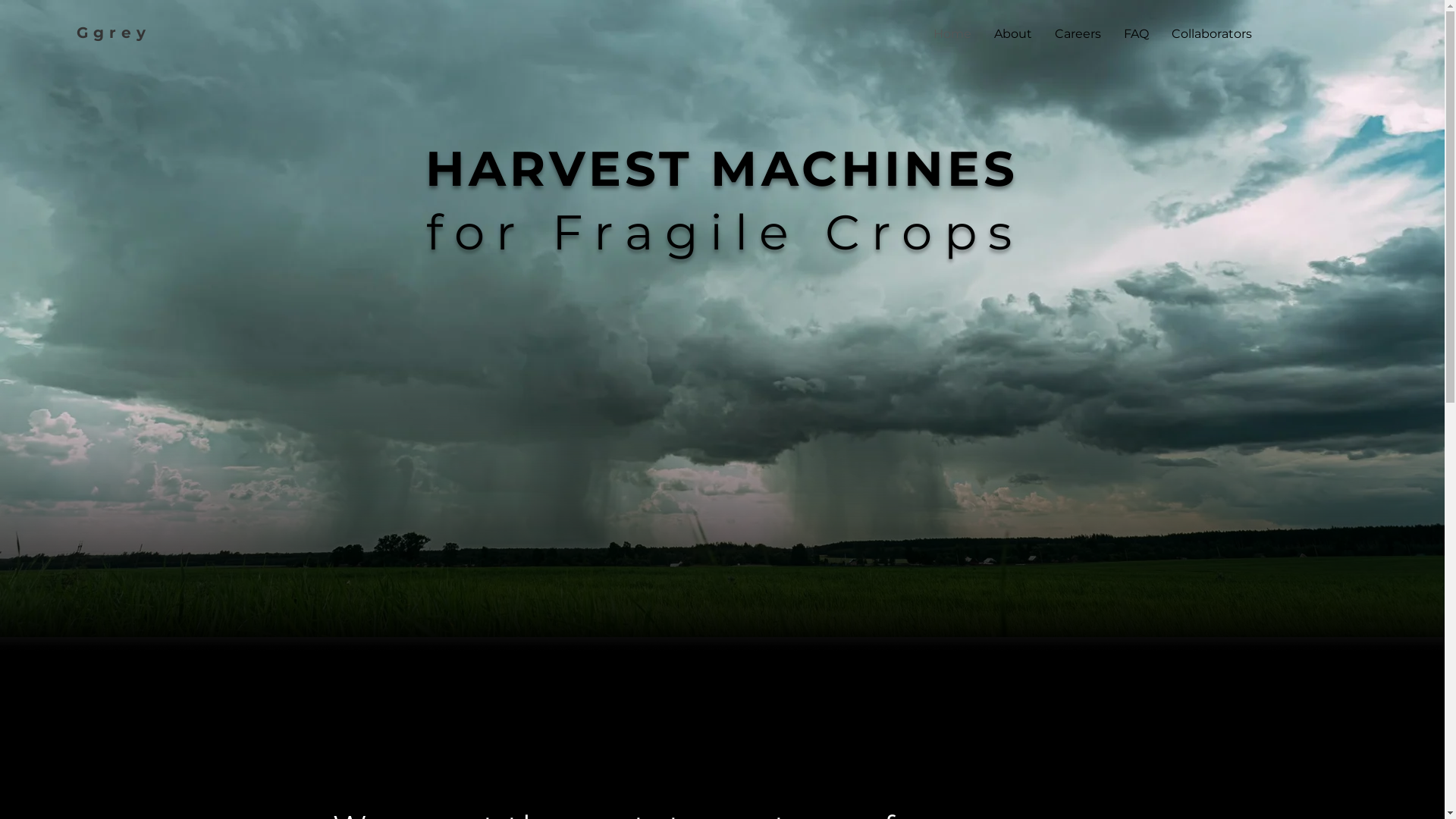  What do you see at coordinates (112, 32) in the screenshot?
I see `'Ggrey'` at bounding box center [112, 32].